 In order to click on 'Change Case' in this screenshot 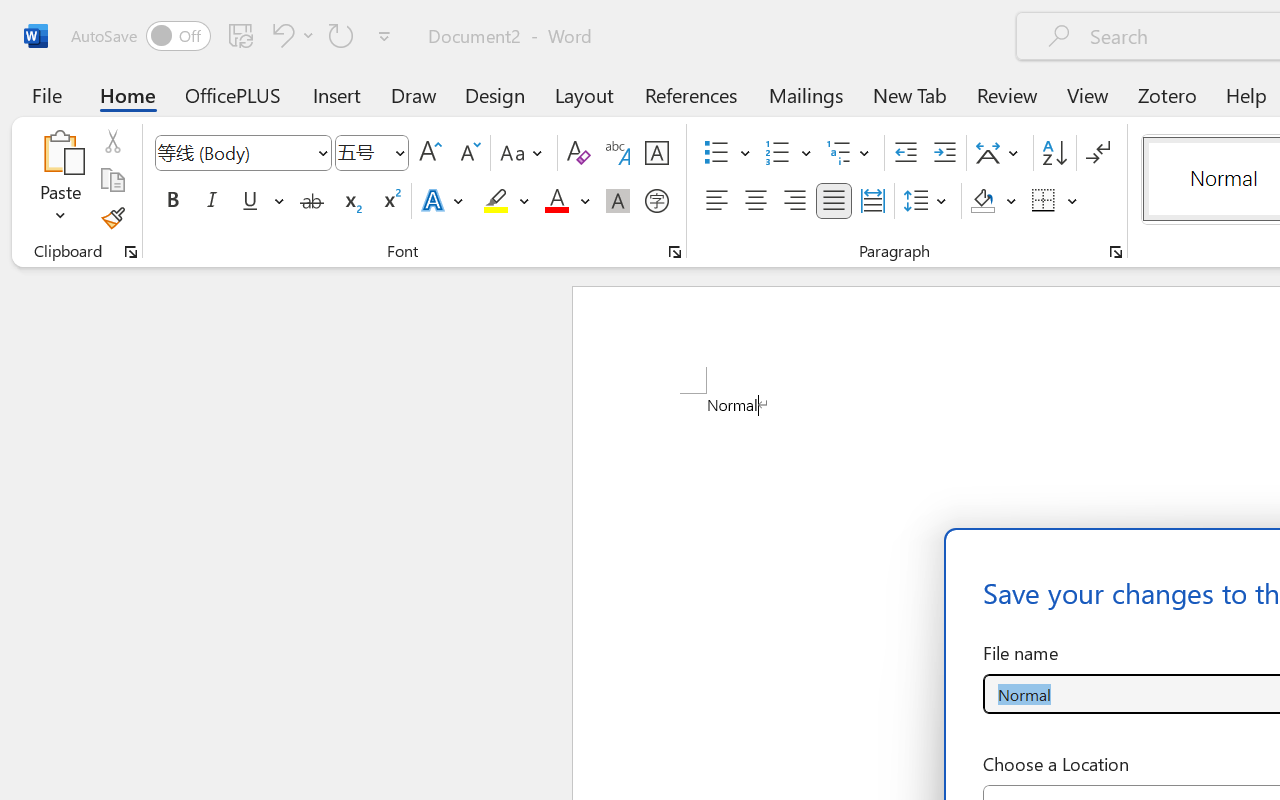, I will do `click(524, 153)`.